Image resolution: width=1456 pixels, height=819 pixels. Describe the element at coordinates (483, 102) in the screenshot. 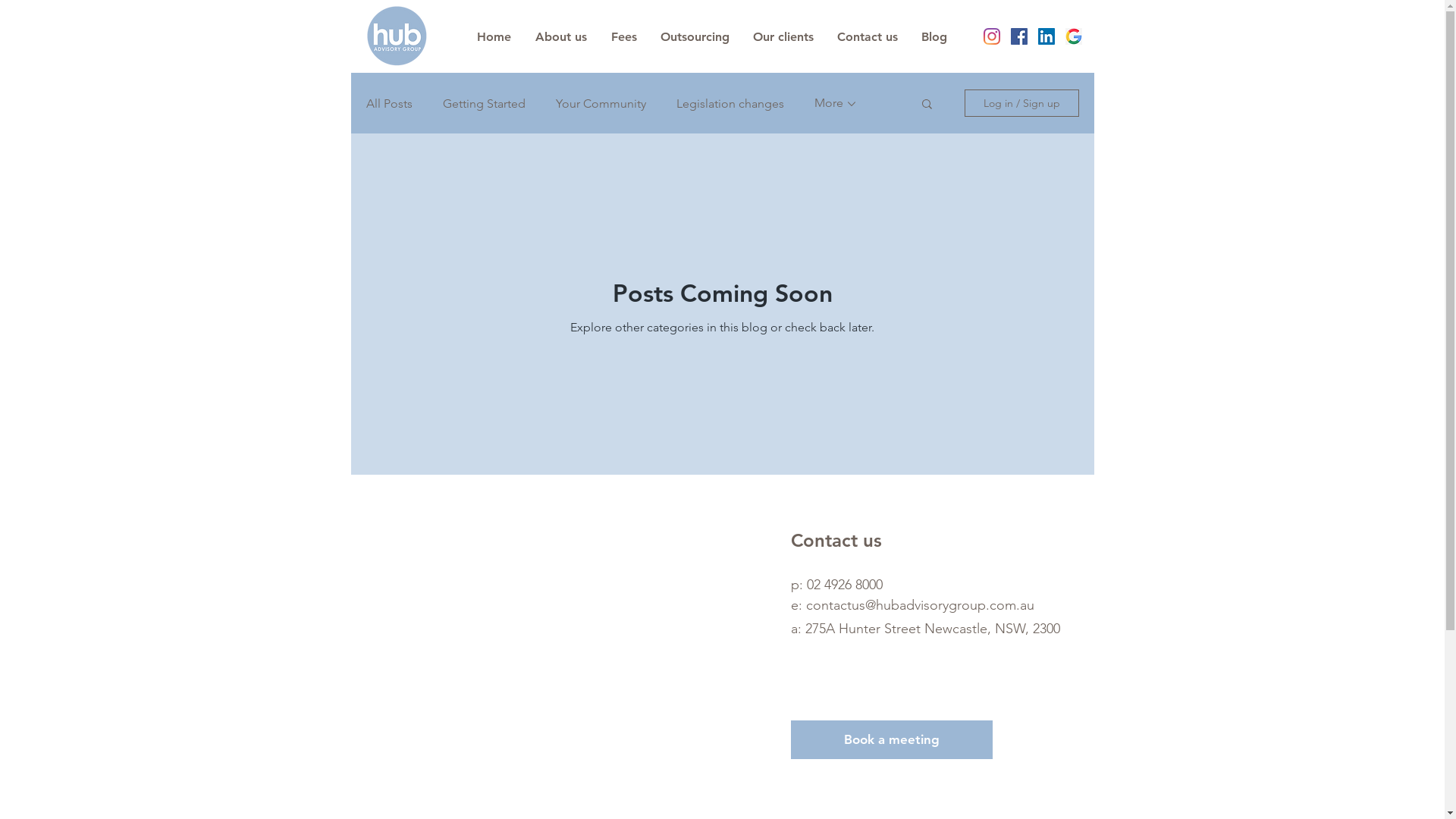

I see `'Getting Started'` at that location.